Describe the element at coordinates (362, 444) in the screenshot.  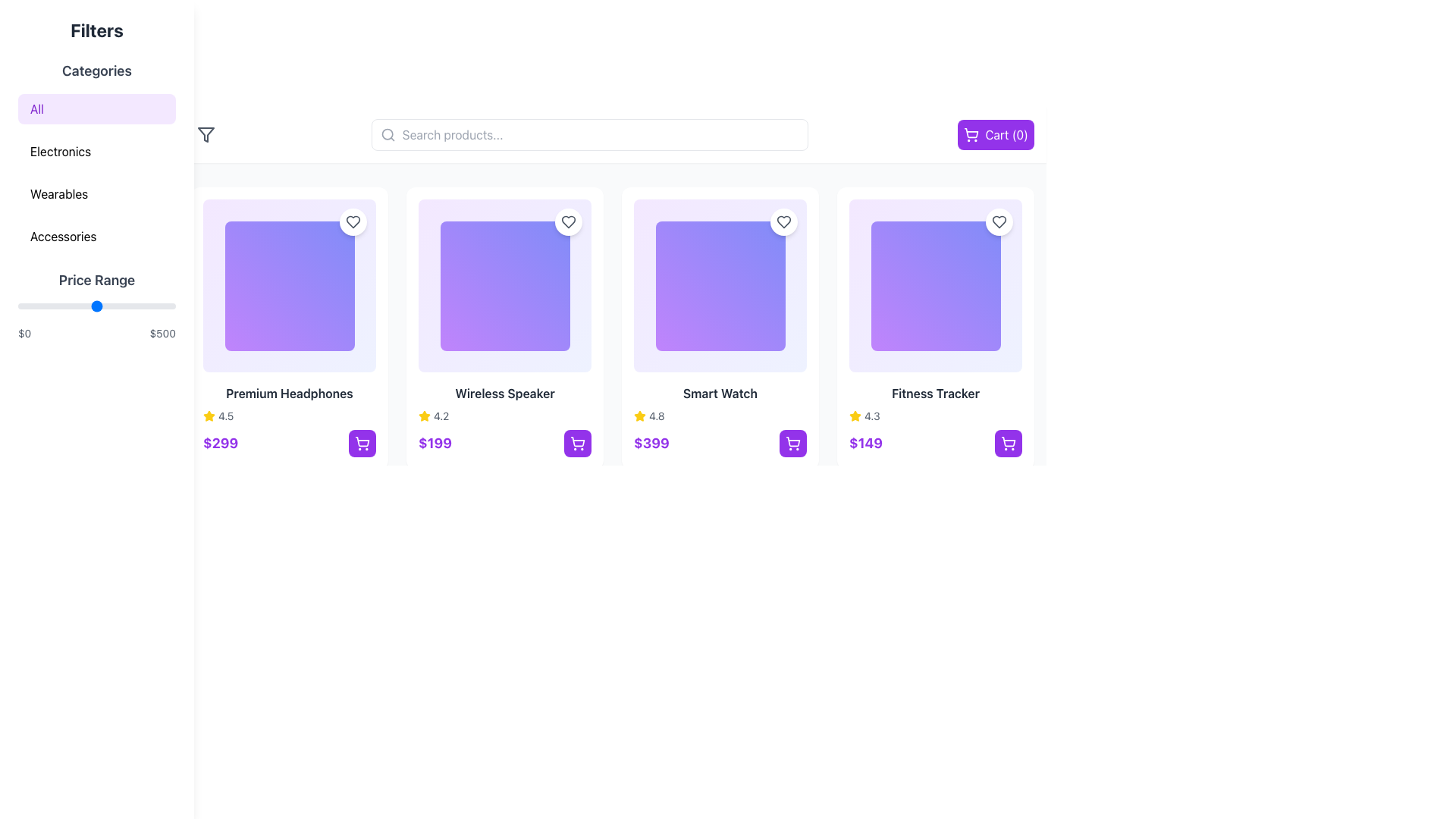
I see `the button labeled for adding the product 'Premium Headphones' priced at '$299' to the shopping cart` at that location.